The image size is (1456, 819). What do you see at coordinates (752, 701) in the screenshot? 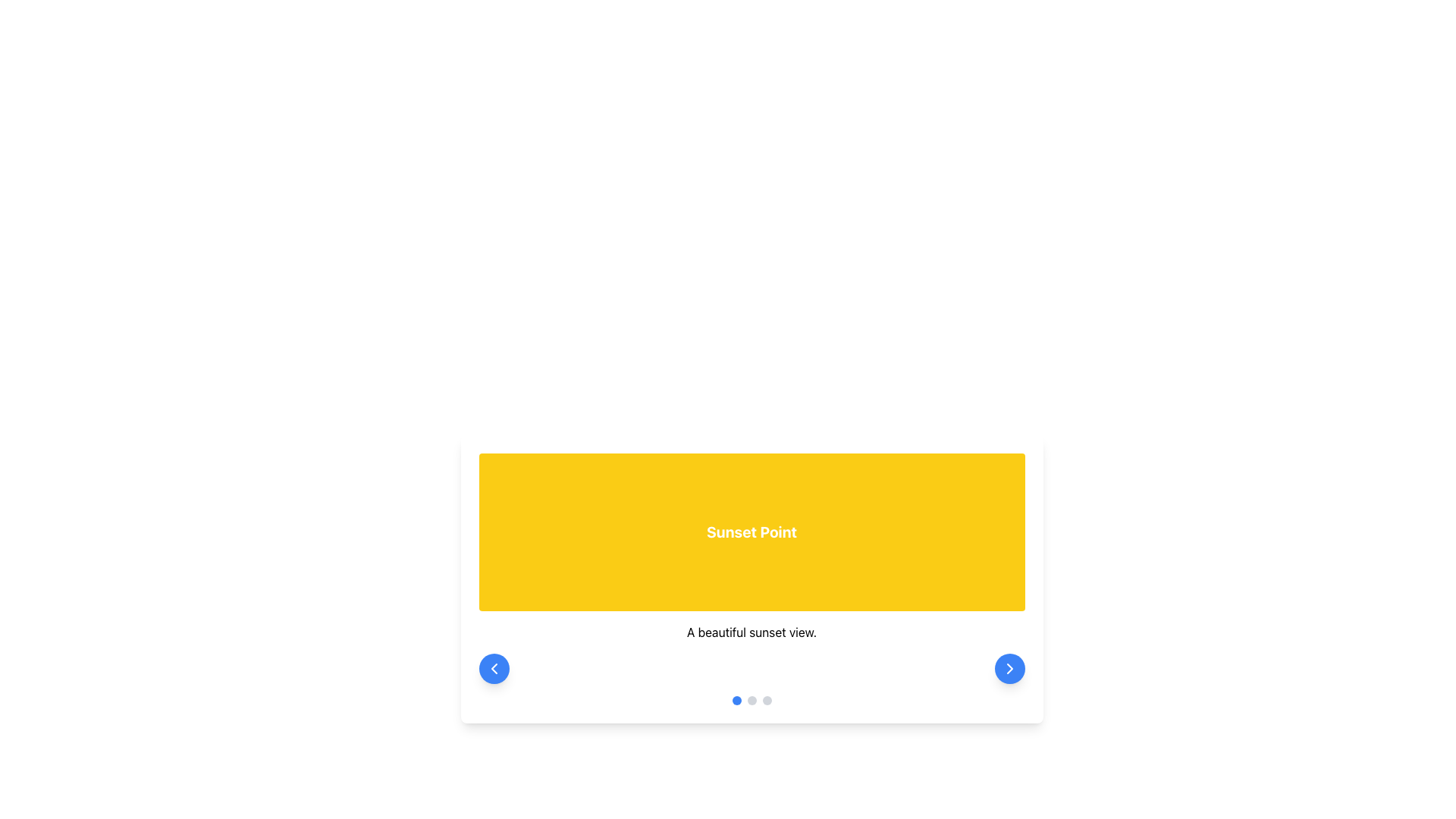
I see `the second gray circular Navigation Dot button located at the bottom-center of the interface` at bounding box center [752, 701].